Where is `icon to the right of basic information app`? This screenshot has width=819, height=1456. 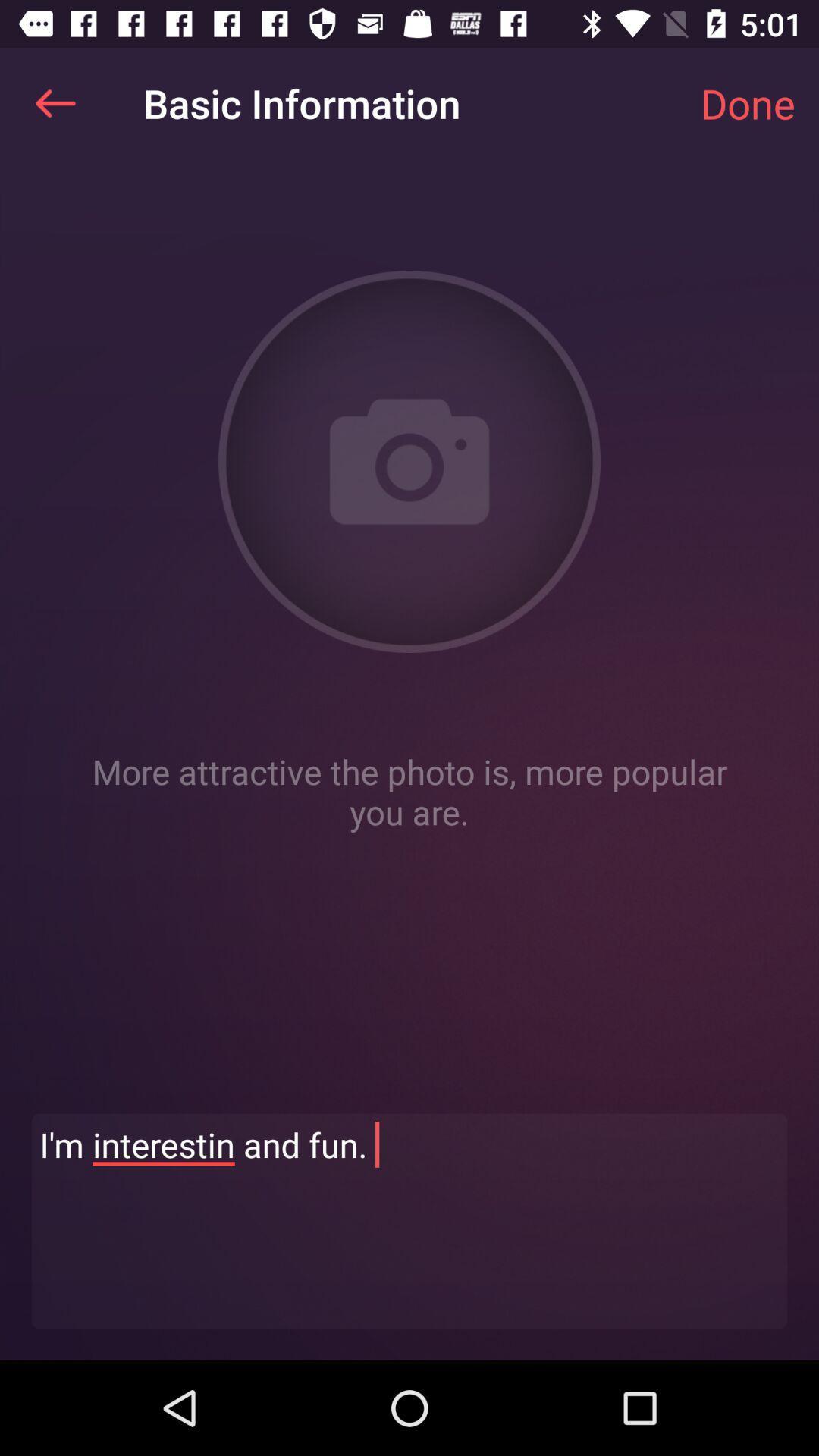
icon to the right of basic information app is located at coordinates (747, 102).